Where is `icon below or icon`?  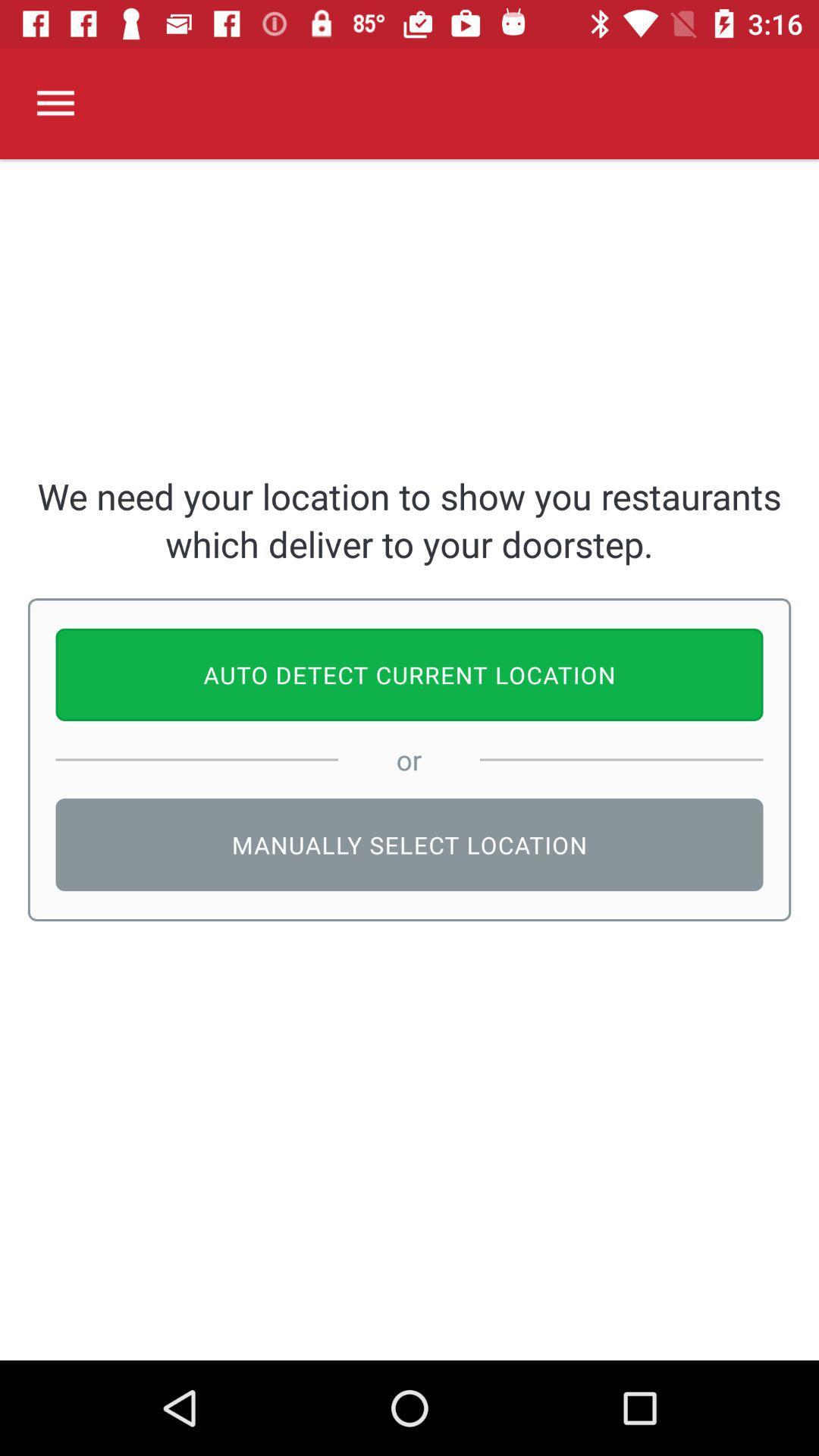 icon below or icon is located at coordinates (409, 844).